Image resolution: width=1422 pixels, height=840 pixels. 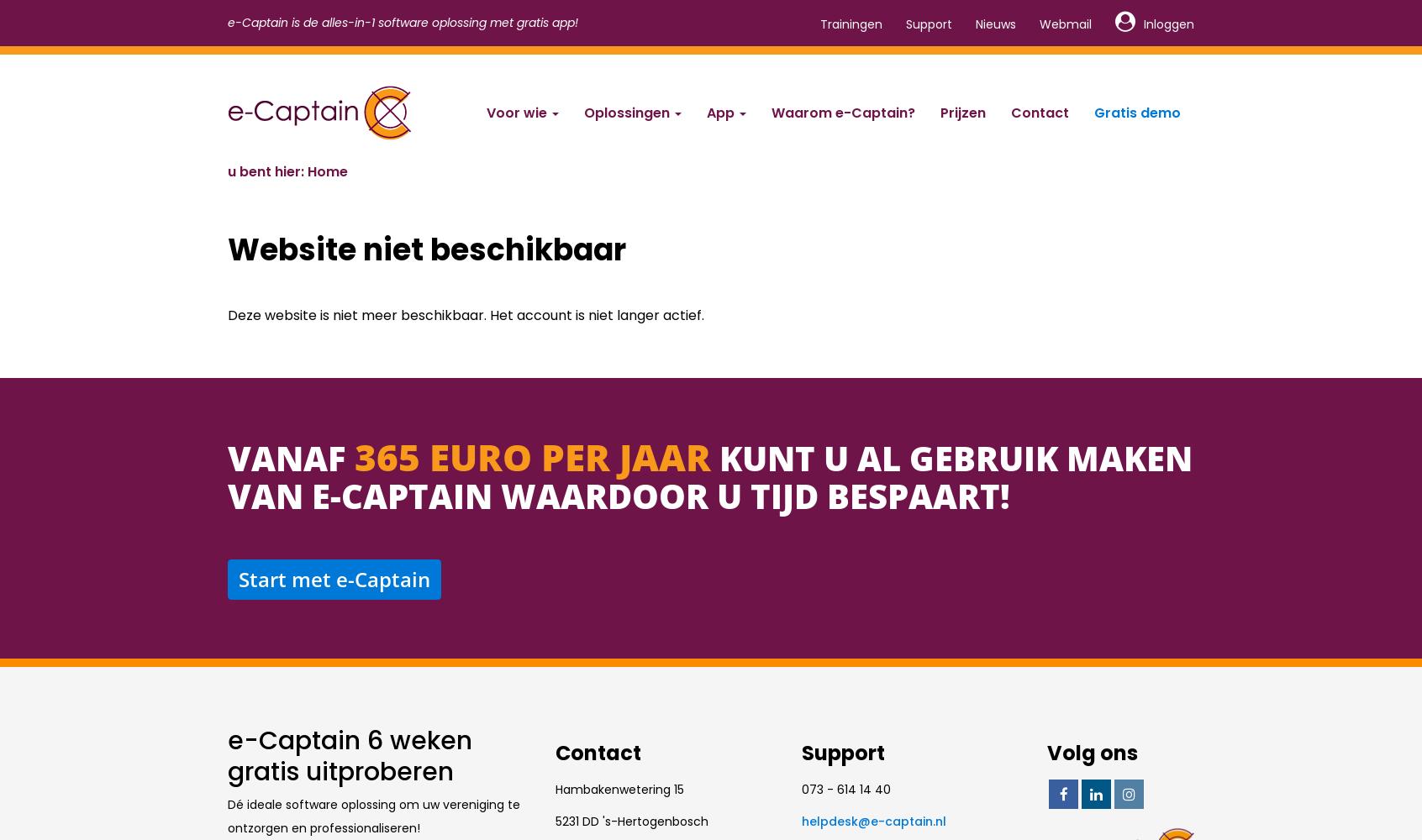 I want to click on 'Waarom e-Captain?', so click(x=842, y=113).